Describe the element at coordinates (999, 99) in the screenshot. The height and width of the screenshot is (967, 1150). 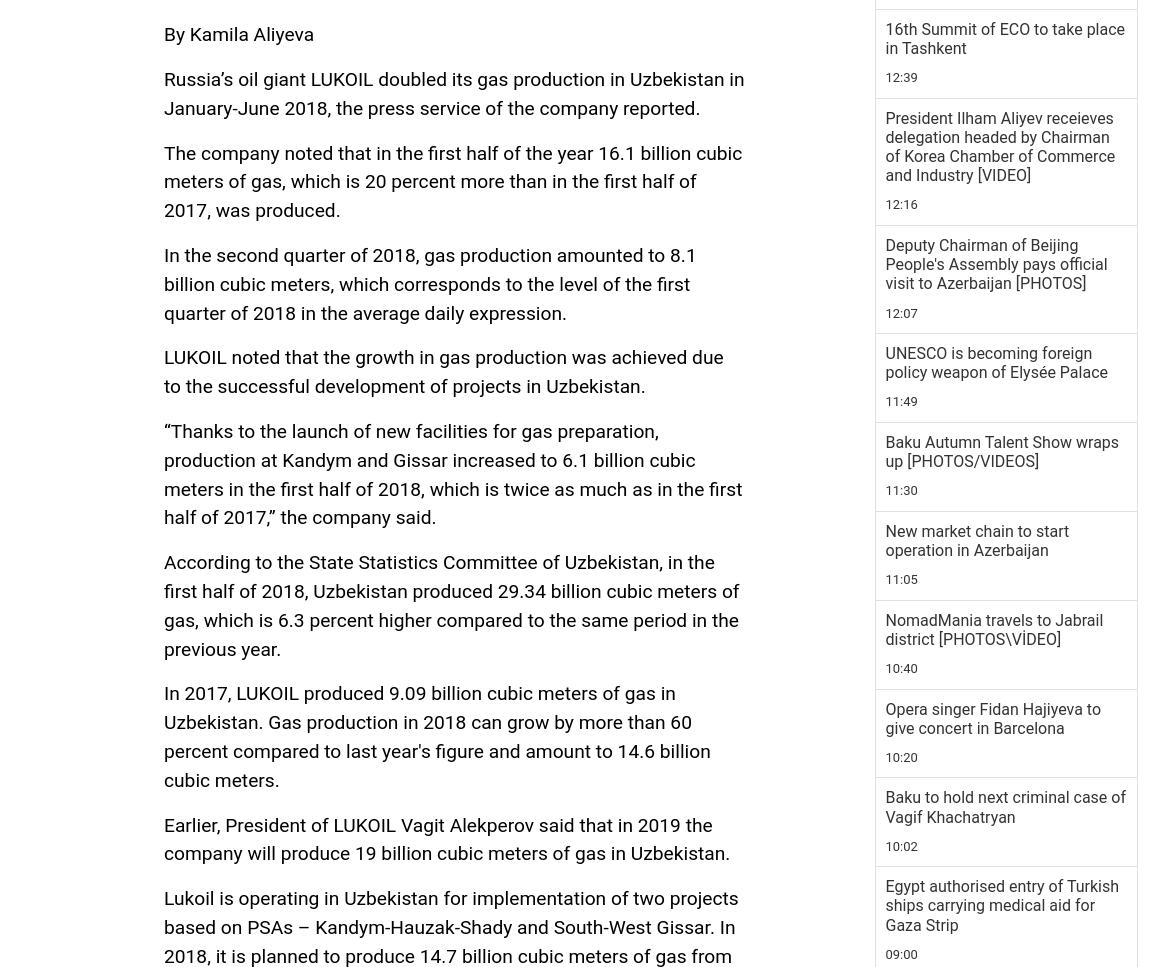
I see `'Azerbaijani FM leaves on official visit to Romania'` at that location.